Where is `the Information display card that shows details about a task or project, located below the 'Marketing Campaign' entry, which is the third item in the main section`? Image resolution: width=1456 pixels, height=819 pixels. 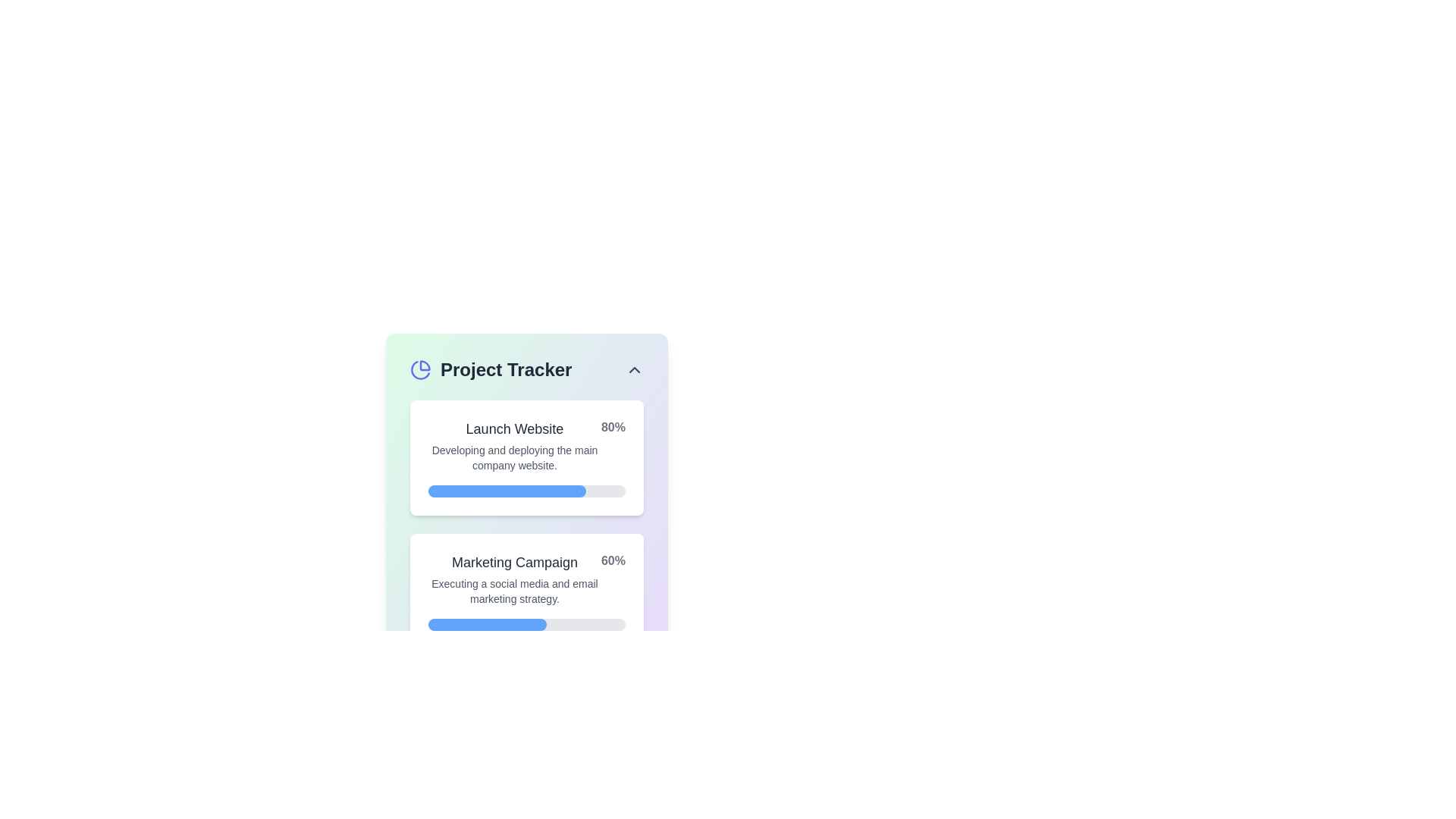
the Information display card that shows details about a task or project, located below the 'Marketing Campaign' entry, which is the third item in the main section is located at coordinates (527, 713).